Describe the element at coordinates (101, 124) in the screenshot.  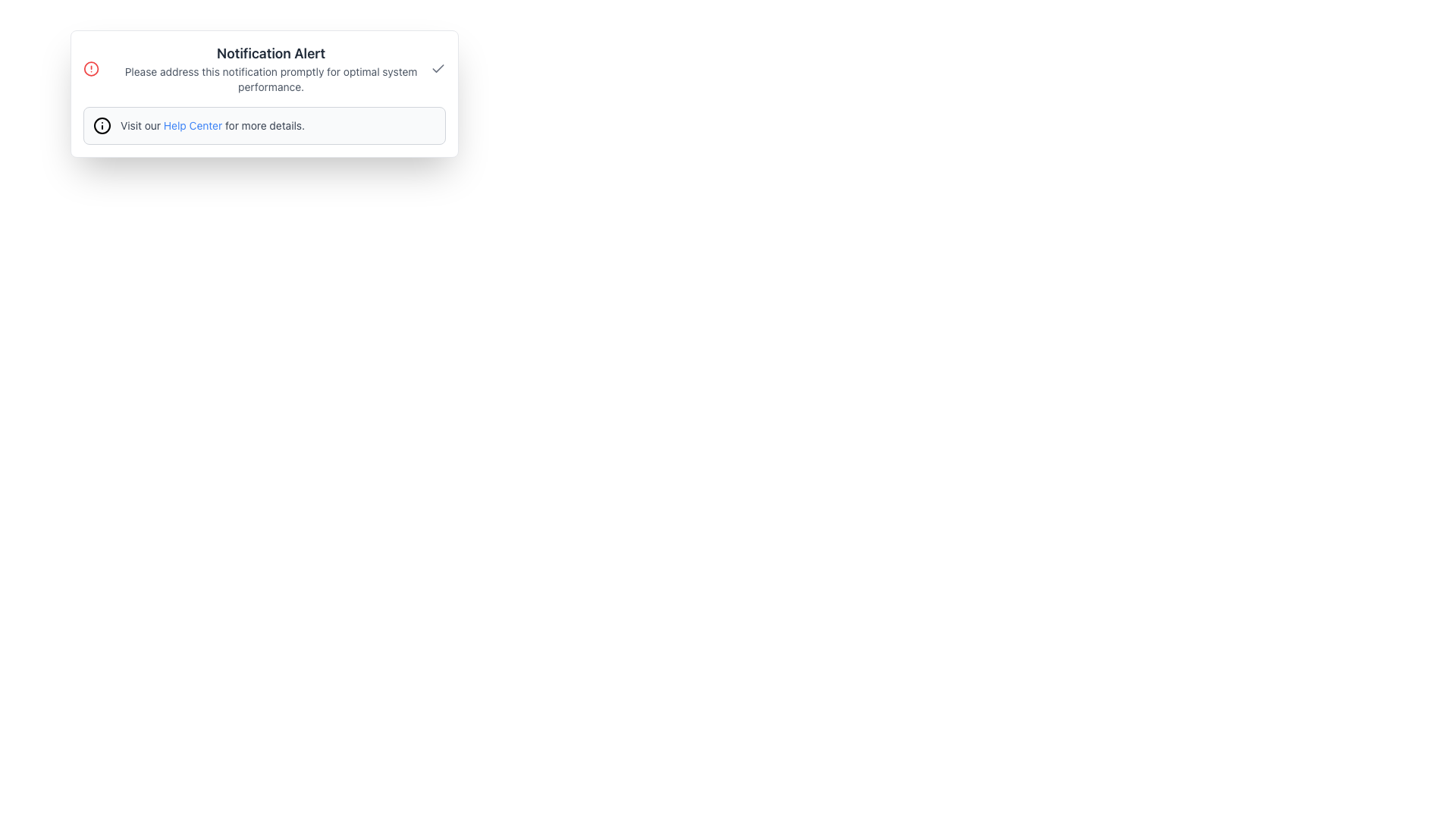
I see `the information icon located to the far left of the text snippet 'Visit our Help Center for more details.', positioned centrally vertically relative to the adjacent text` at that location.